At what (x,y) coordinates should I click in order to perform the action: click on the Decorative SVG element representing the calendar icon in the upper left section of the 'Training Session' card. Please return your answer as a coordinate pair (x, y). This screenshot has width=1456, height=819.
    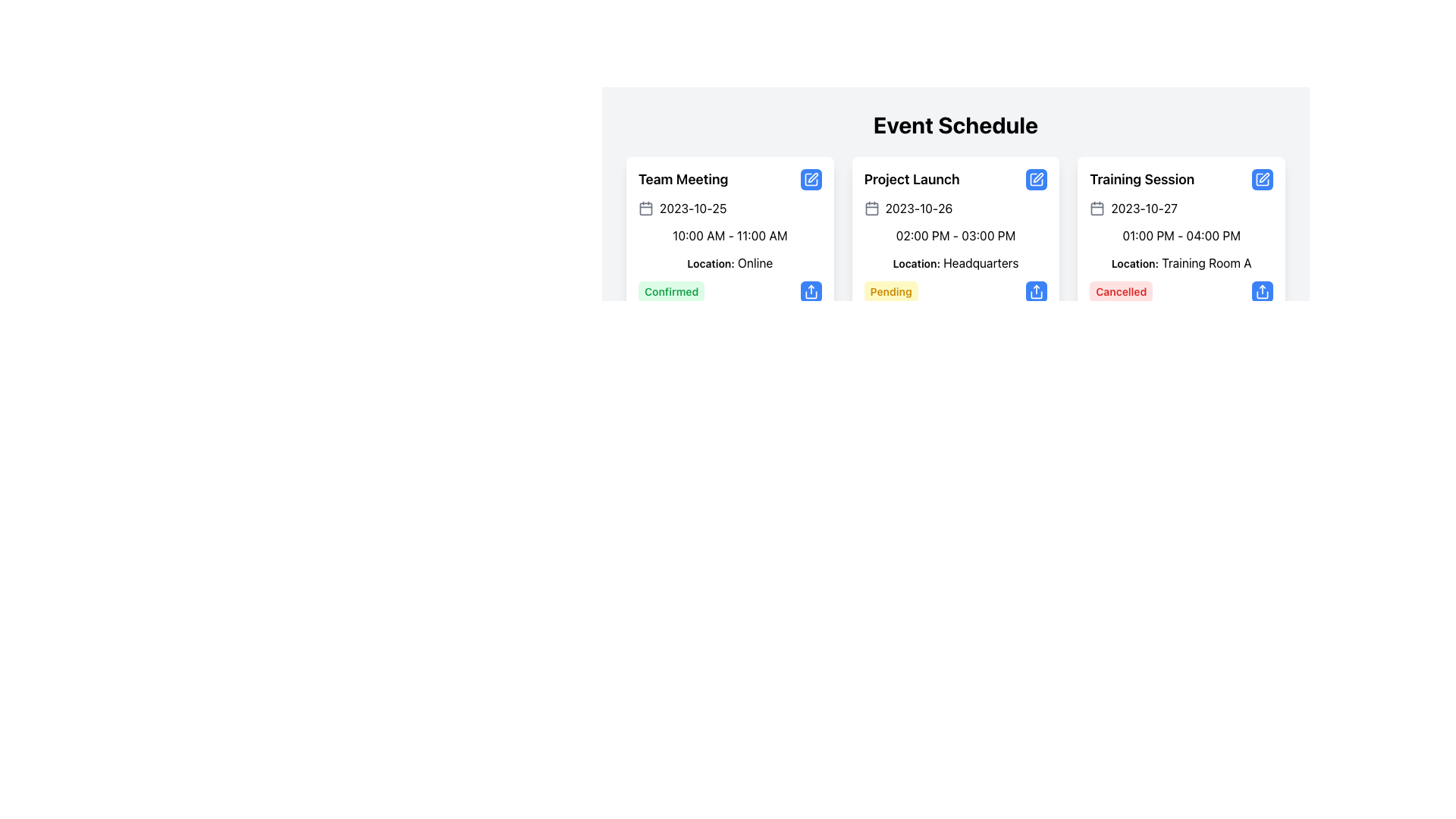
    Looking at the image, I should click on (1097, 209).